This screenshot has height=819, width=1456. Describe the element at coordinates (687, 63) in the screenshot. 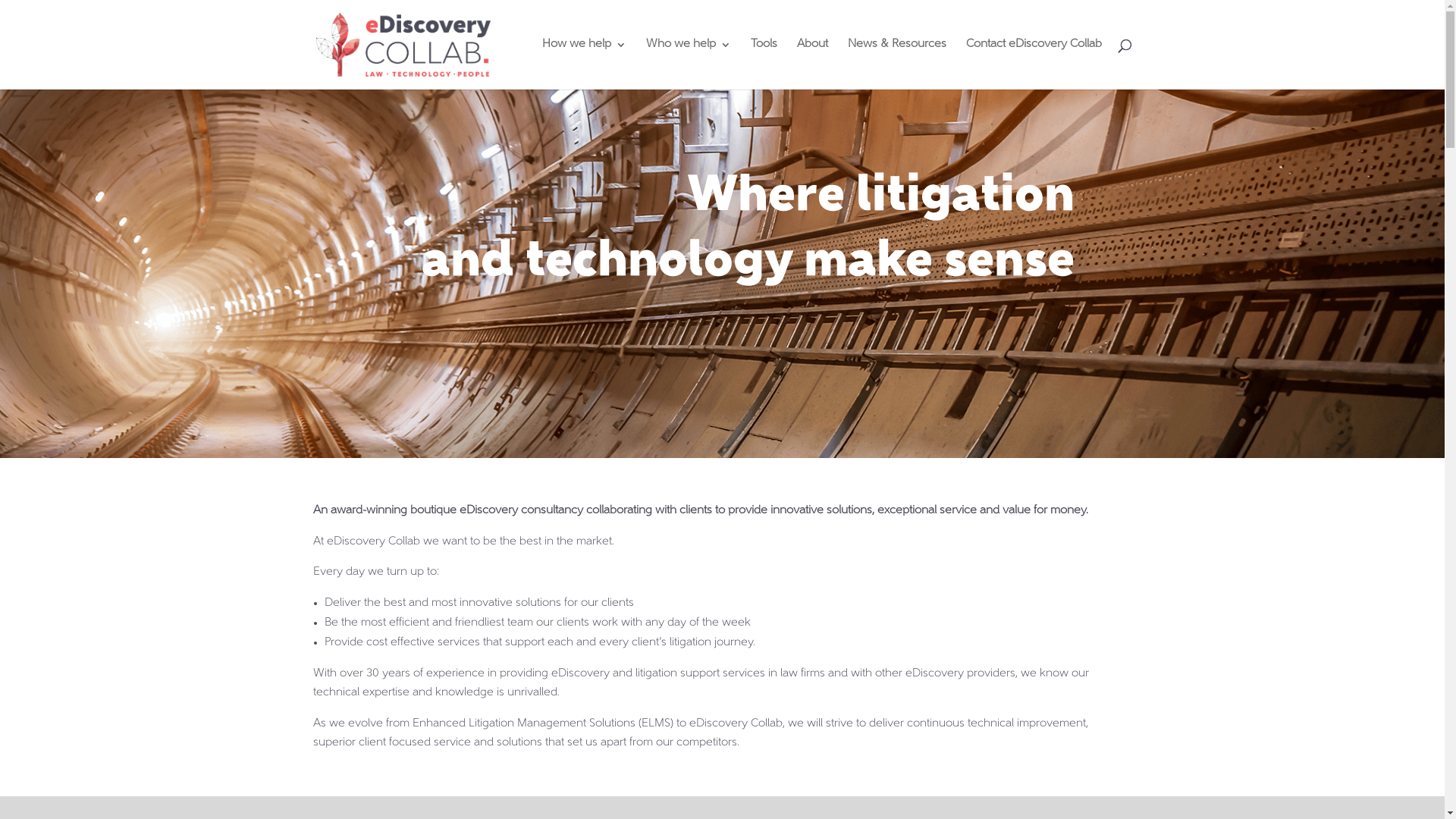

I see `'Who we help'` at that location.